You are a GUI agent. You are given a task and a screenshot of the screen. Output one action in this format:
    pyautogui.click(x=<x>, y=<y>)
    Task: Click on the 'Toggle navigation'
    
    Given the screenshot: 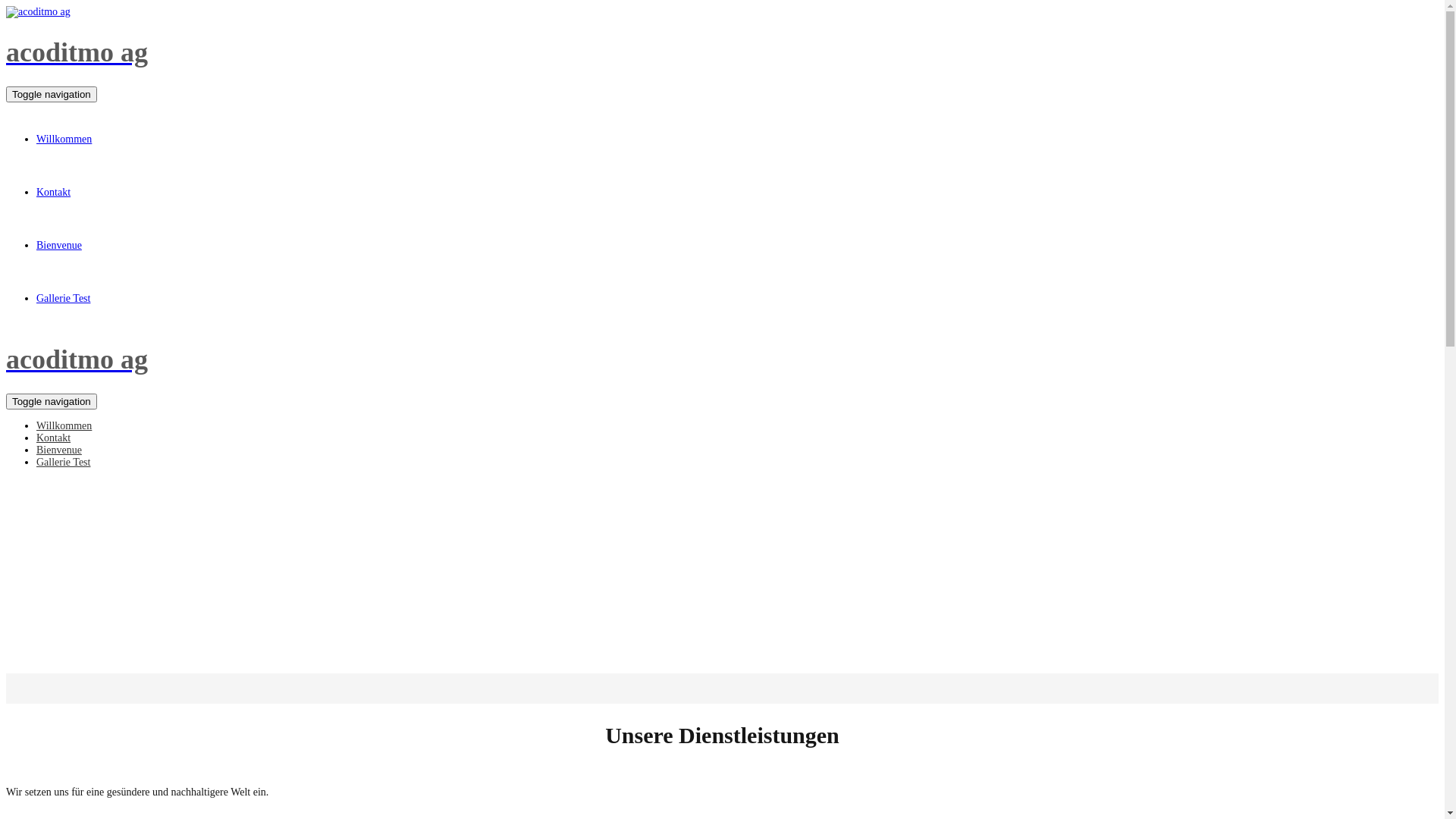 What is the action you would take?
    pyautogui.click(x=51, y=400)
    